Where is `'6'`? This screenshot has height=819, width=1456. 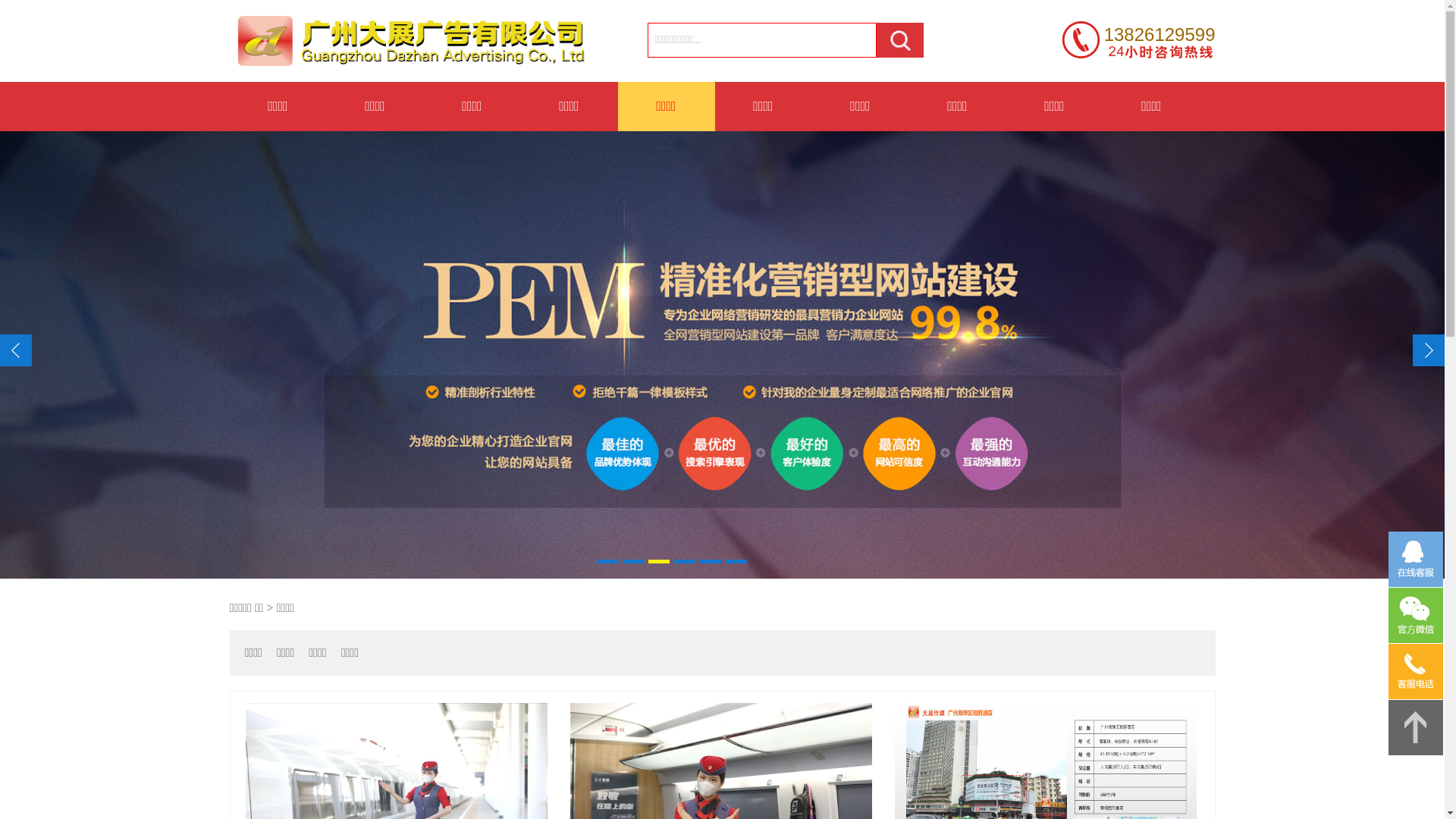
'6' is located at coordinates (736, 561).